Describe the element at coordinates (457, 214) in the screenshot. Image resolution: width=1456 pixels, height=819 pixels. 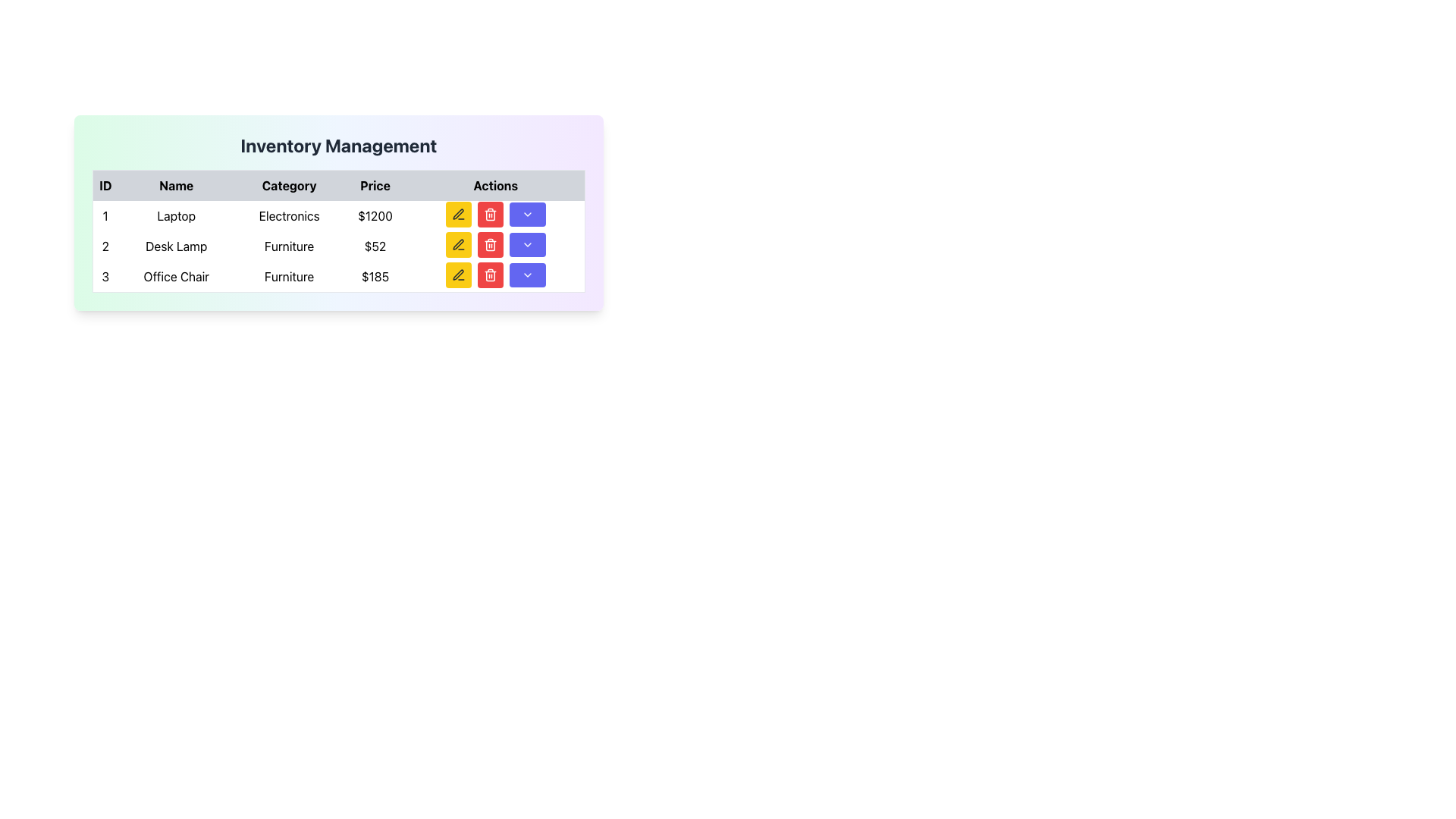
I see `the pen icon button with a yellow background in the 'Actions' column of the first row` at that location.